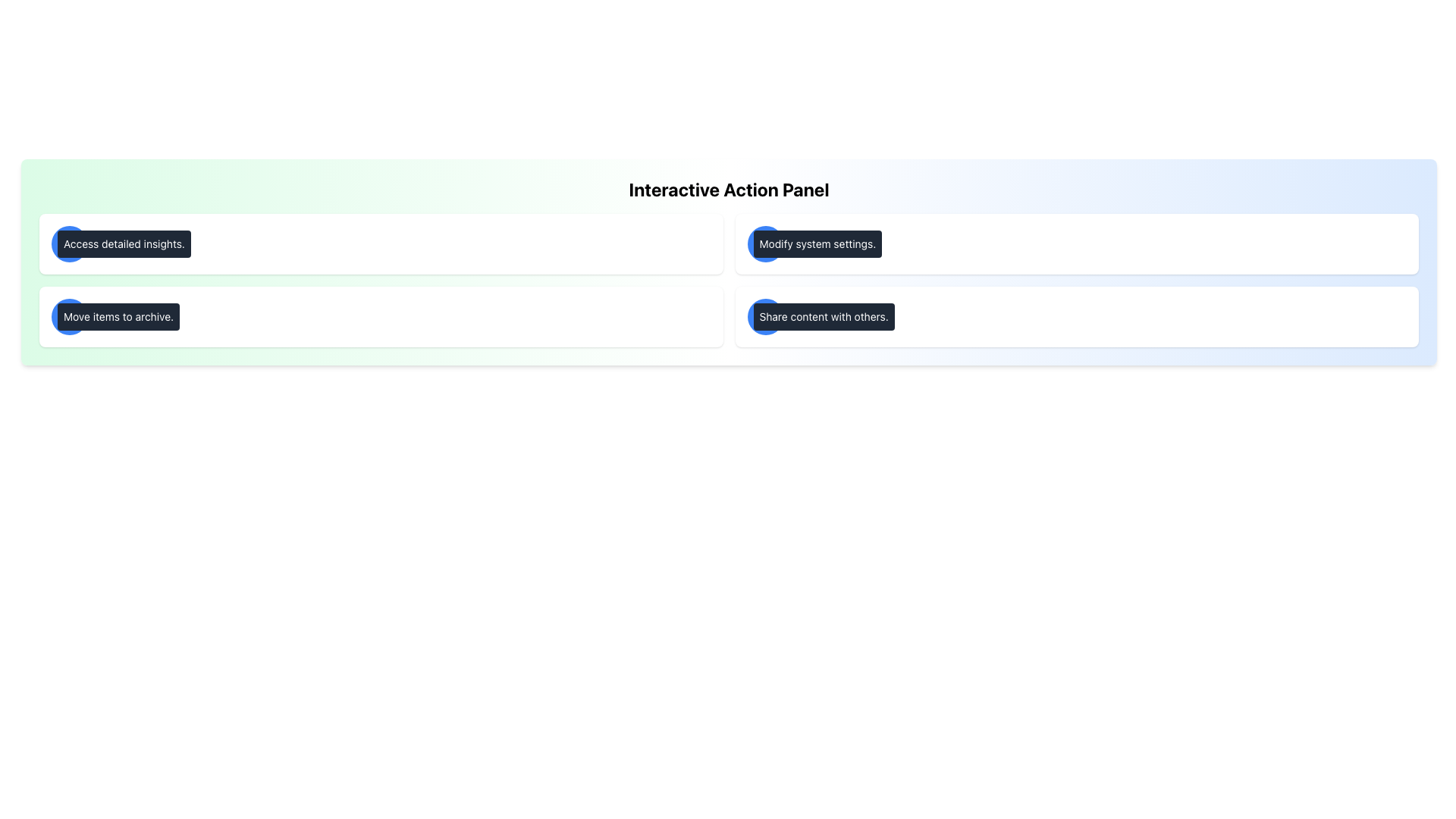 The width and height of the screenshot is (1456, 819). I want to click on the sharing icon located in the bottom row, second column of the interactive panel to share content, so click(765, 315).